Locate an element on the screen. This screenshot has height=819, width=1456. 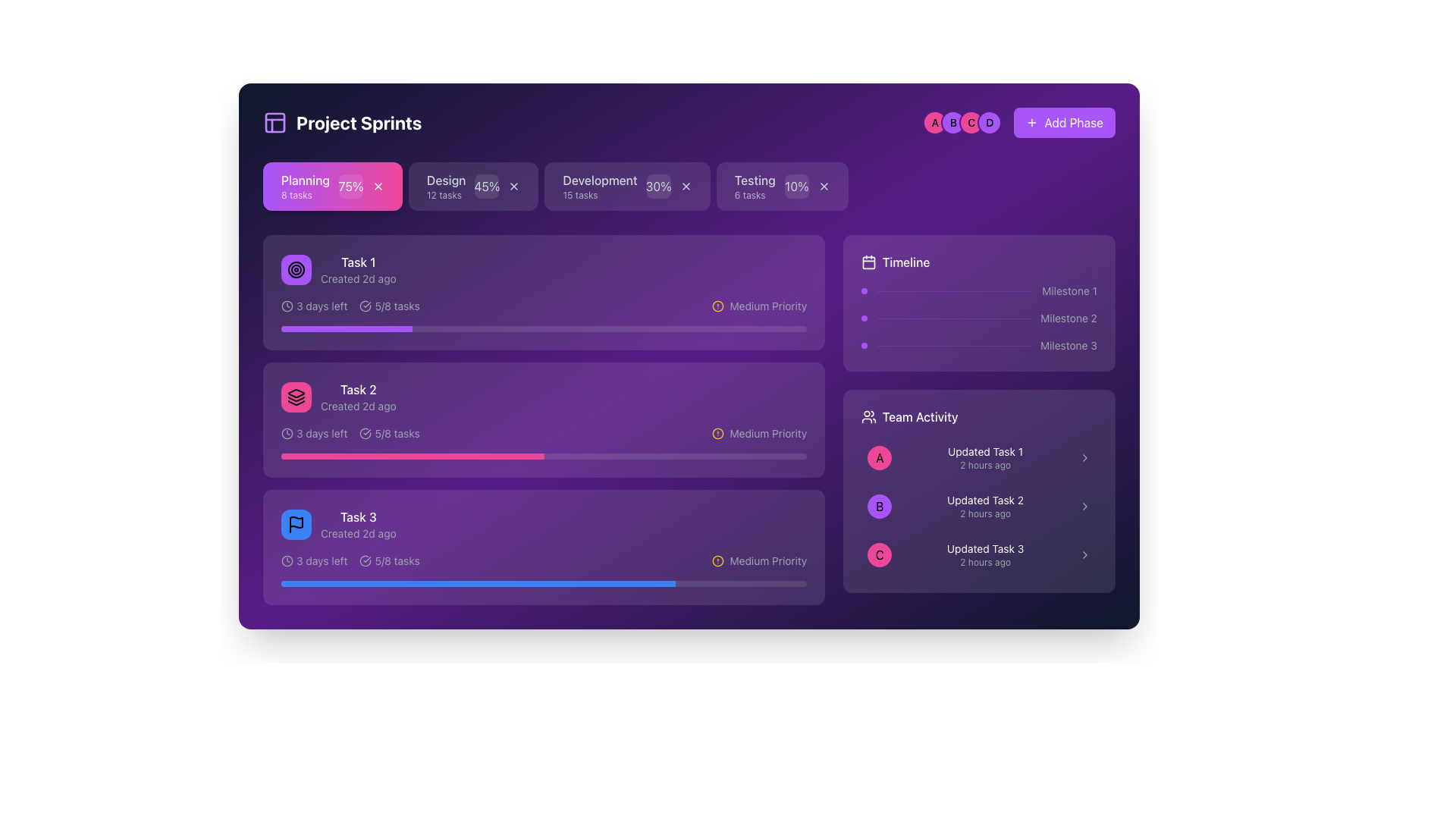
the icon of a circle with a checkmark inside located next to the text '5/8 tasks' in the task card labeled 'Task 3' is located at coordinates (366, 561).